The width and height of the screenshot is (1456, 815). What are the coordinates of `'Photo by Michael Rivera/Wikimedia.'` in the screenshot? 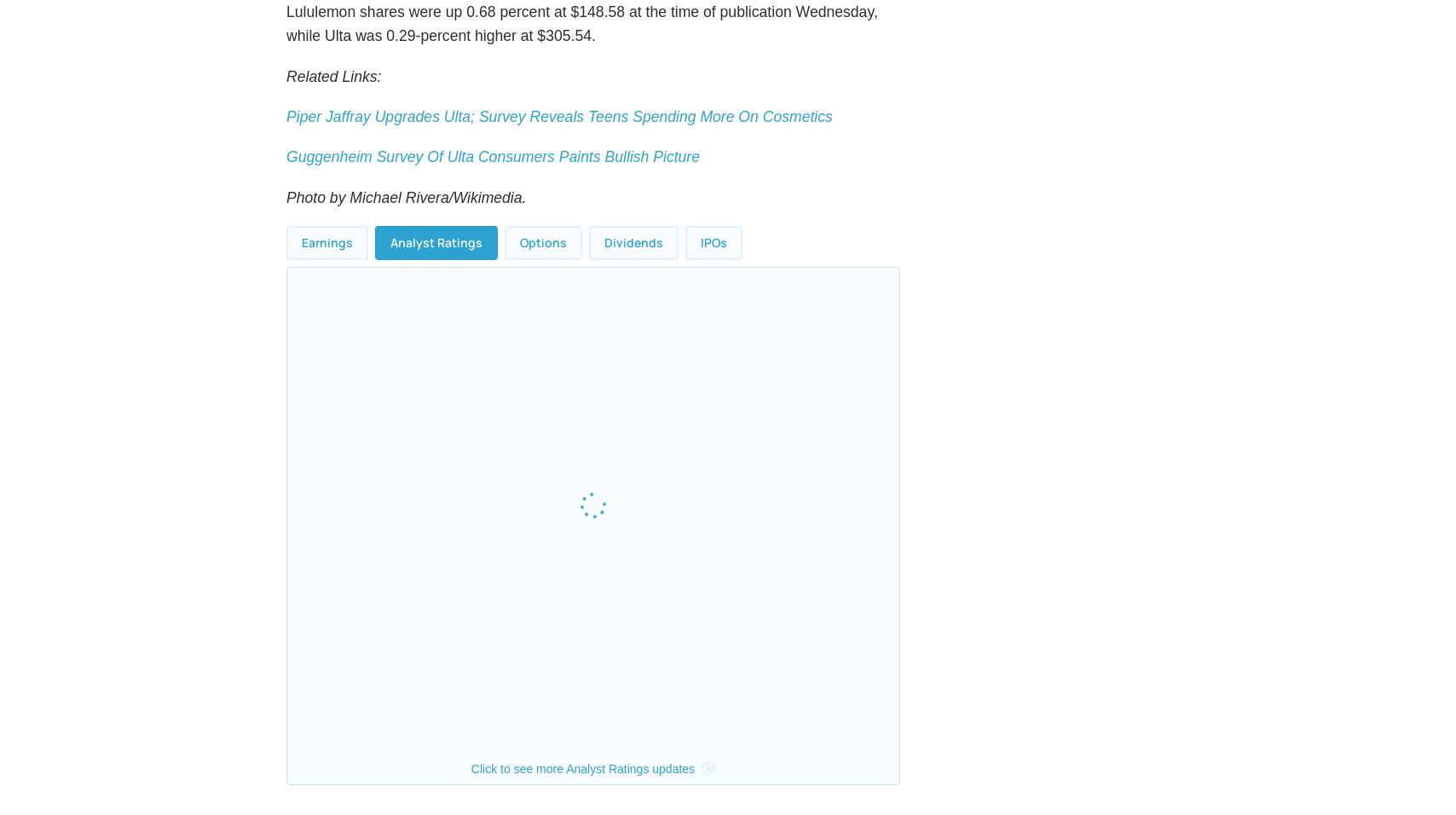 It's located at (407, 236).